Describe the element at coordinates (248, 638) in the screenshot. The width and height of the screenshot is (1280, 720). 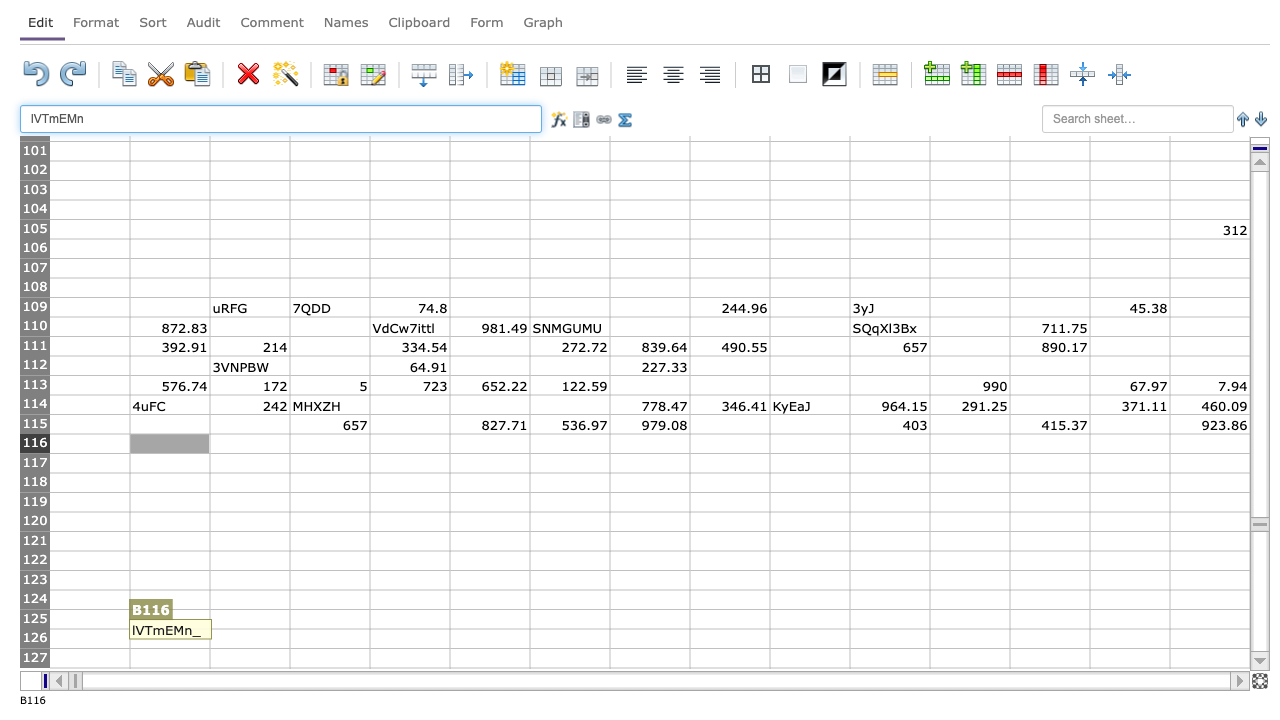
I see `cell at column C row 126` at that location.